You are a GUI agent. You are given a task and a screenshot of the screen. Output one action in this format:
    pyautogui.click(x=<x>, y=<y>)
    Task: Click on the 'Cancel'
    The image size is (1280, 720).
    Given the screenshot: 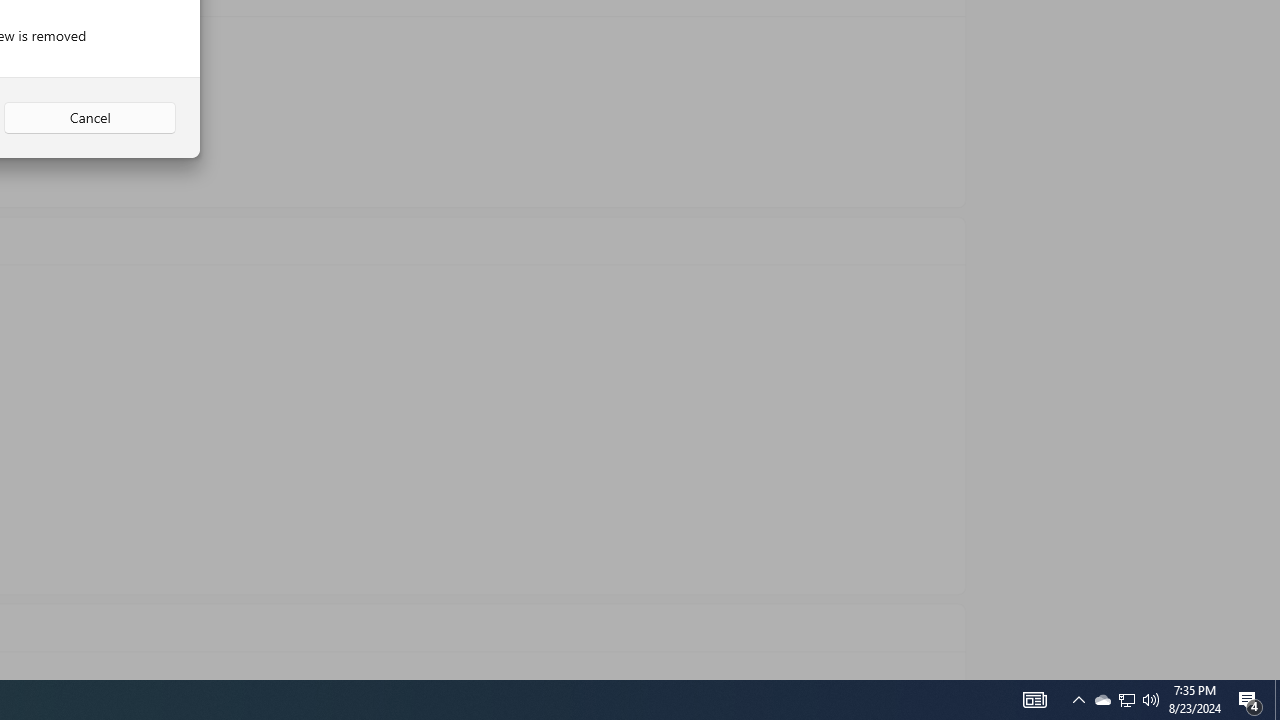 What is the action you would take?
    pyautogui.click(x=89, y=118)
    